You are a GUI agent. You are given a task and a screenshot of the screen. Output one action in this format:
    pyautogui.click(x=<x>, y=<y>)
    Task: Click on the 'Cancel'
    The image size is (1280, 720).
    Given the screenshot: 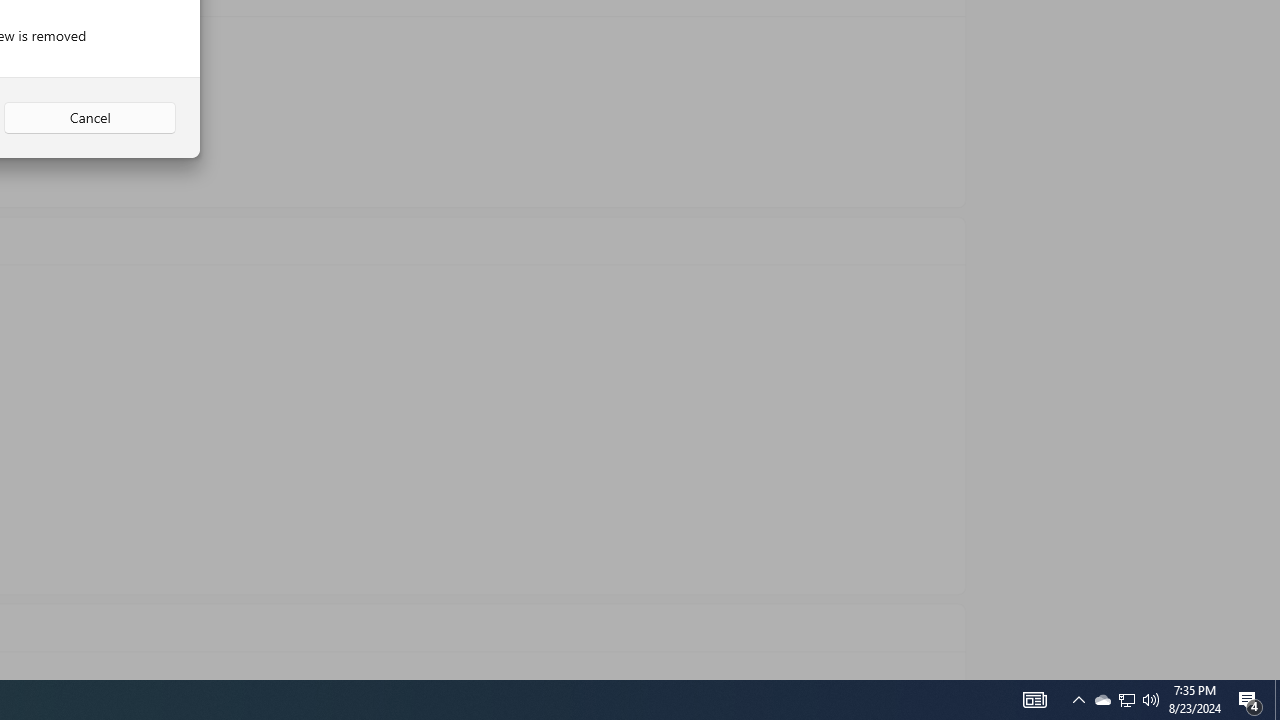 What is the action you would take?
    pyautogui.click(x=89, y=118)
    